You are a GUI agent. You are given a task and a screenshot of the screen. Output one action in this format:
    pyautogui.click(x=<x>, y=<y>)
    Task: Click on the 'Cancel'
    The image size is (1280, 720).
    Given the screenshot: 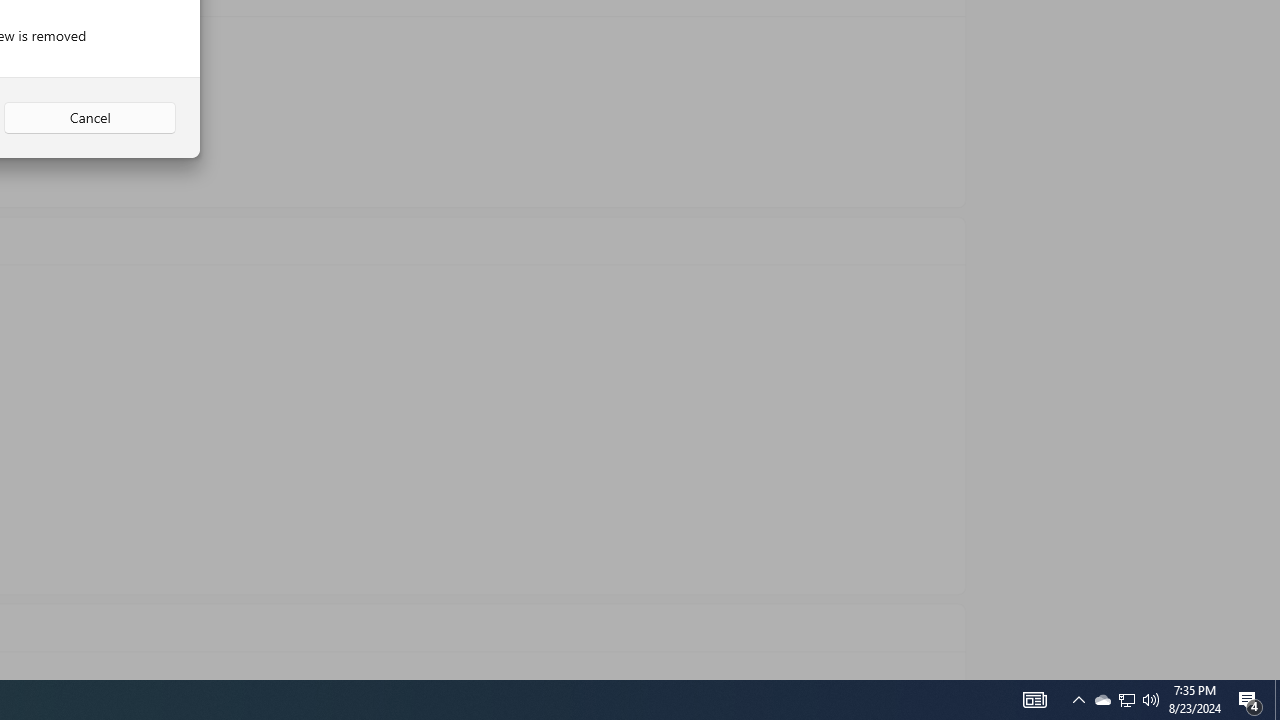 What is the action you would take?
    pyautogui.click(x=89, y=118)
    